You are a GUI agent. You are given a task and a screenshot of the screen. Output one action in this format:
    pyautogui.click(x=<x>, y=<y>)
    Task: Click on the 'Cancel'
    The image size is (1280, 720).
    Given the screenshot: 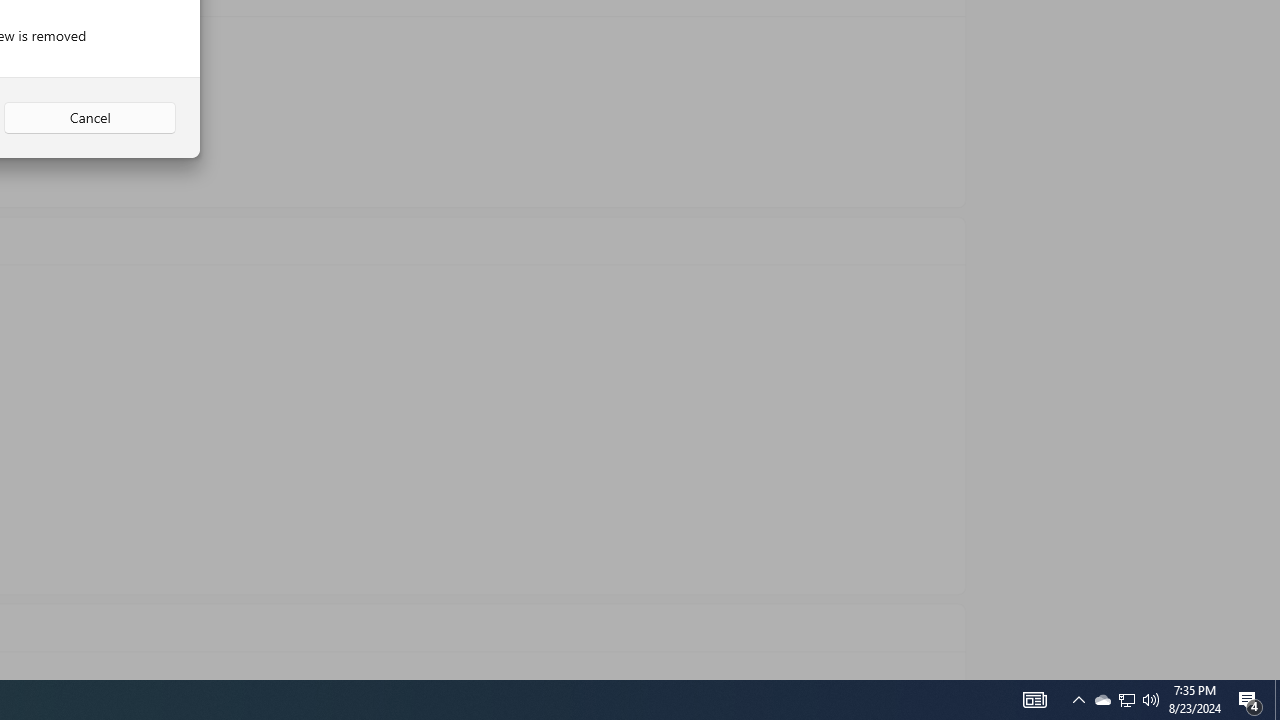 What is the action you would take?
    pyautogui.click(x=89, y=118)
    